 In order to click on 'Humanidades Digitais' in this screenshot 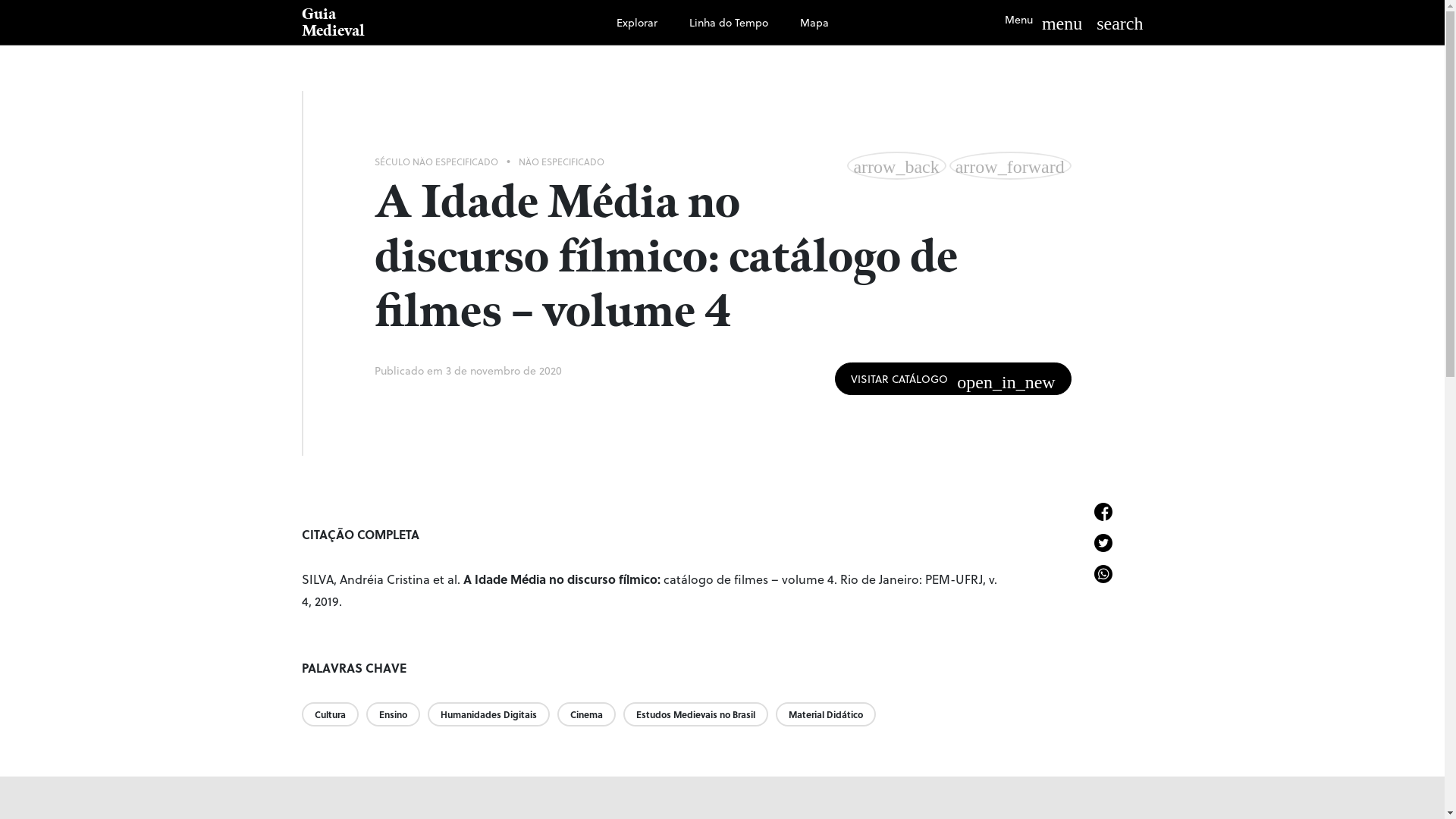, I will do `click(427, 713)`.